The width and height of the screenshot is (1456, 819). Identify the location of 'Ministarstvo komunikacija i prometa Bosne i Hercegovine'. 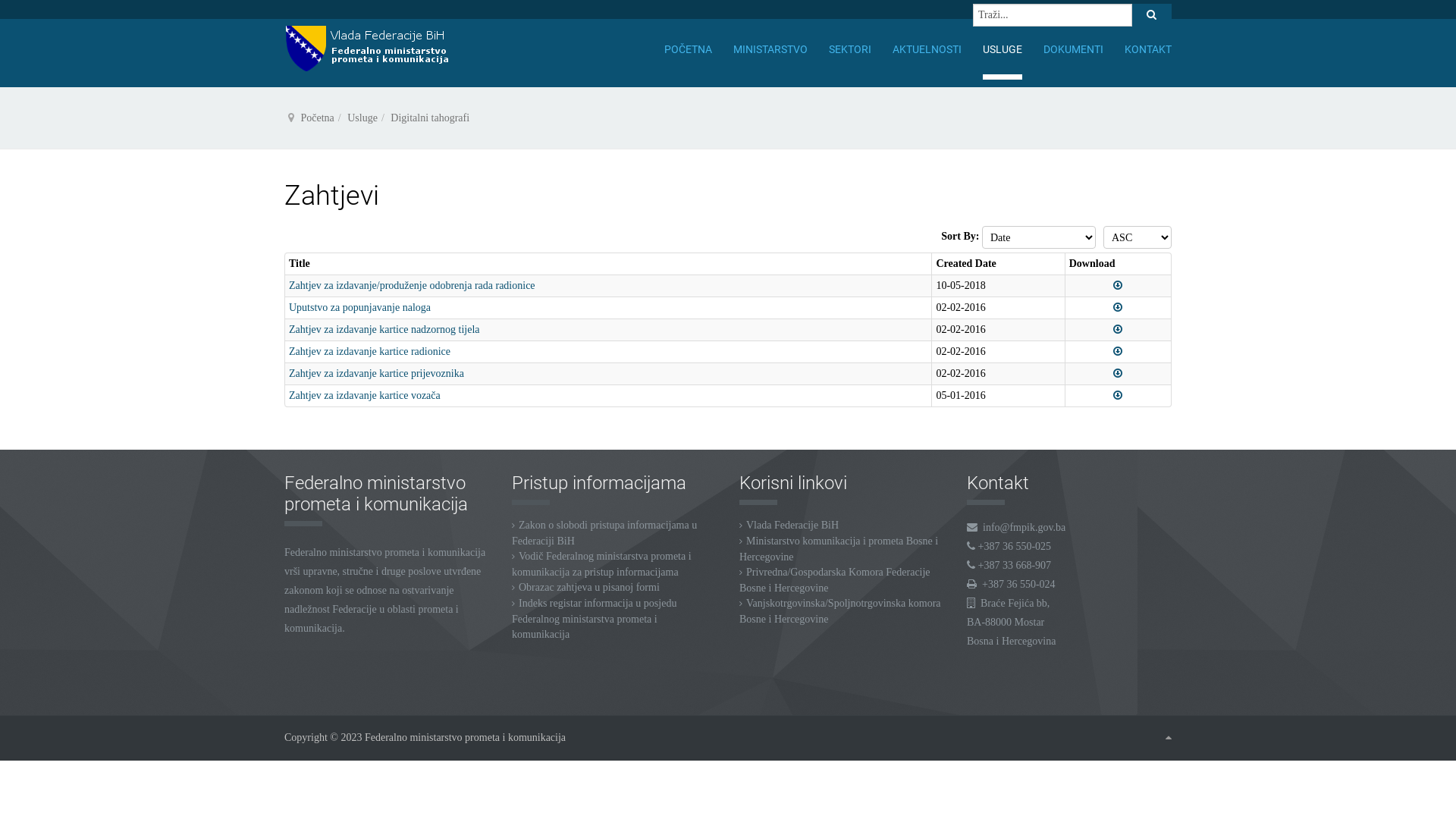
(739, 549).